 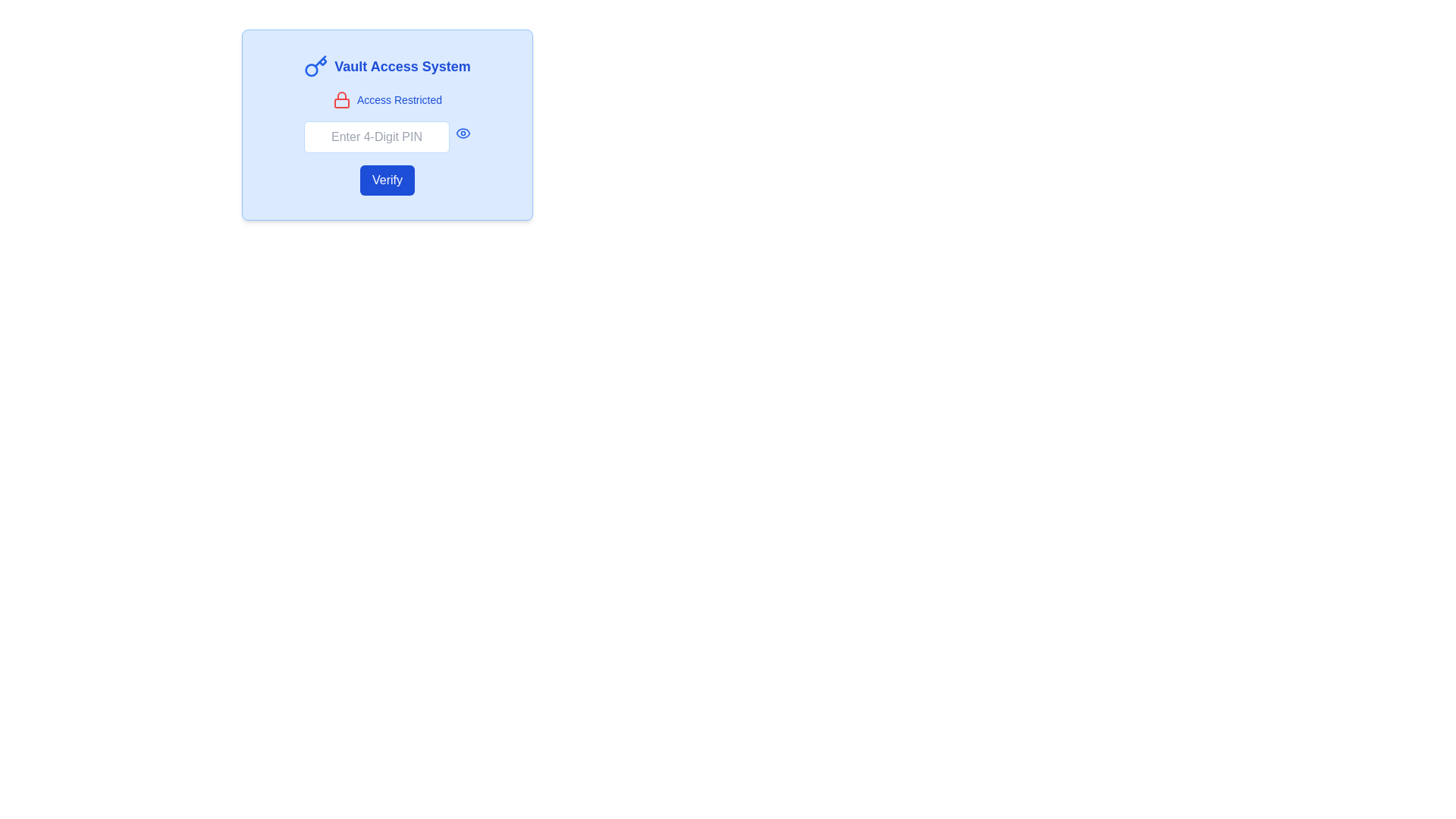 What do you see at coordinates (400, 99) in the screenshot?
I see `the text label that provides a message to the user, located to the right of a red lock symbol and above the input field and verify button` at bounding box center [400, 99].